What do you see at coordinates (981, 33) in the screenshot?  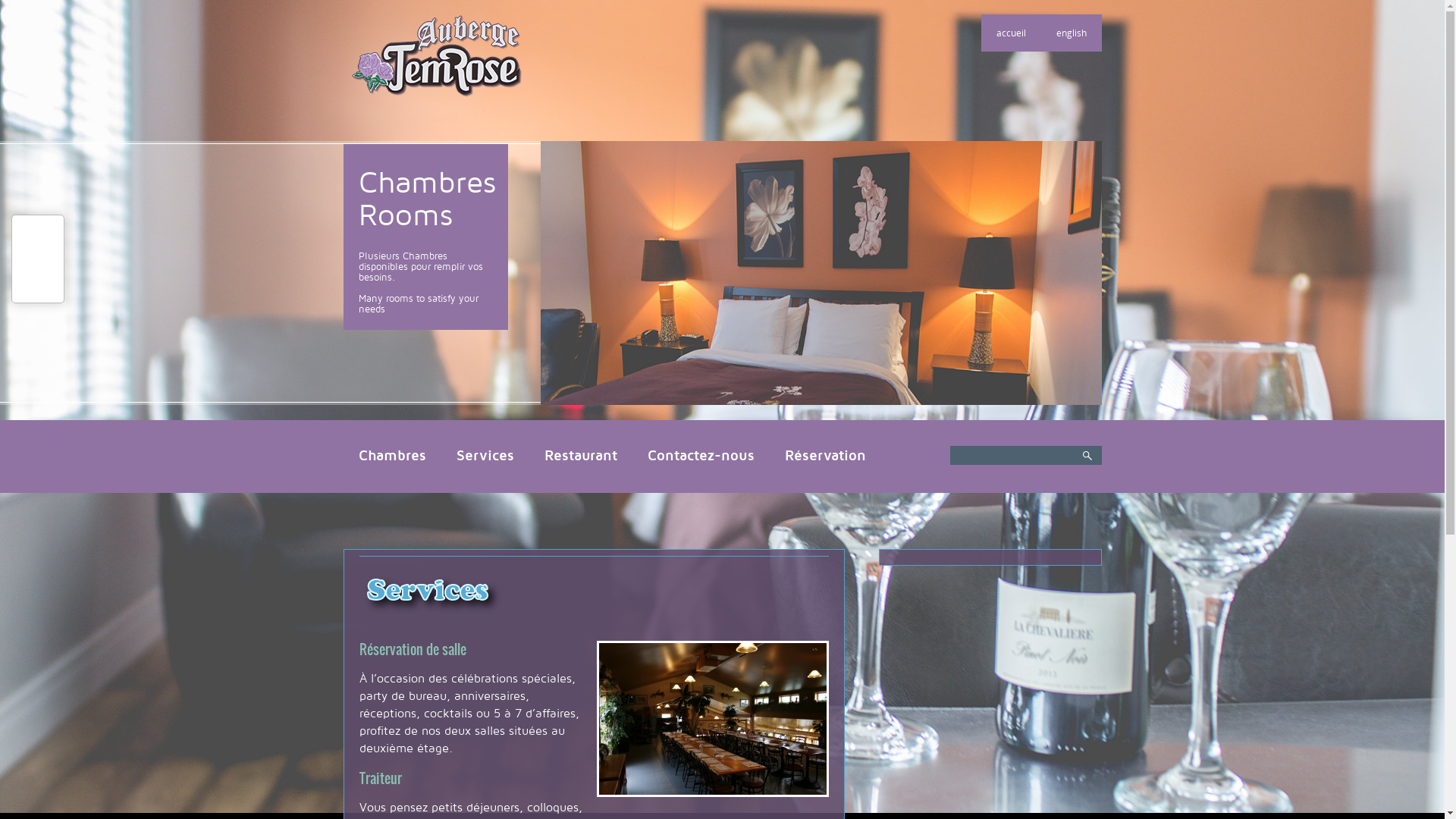 I see `'accueil'` at bounding box center [981, 33].